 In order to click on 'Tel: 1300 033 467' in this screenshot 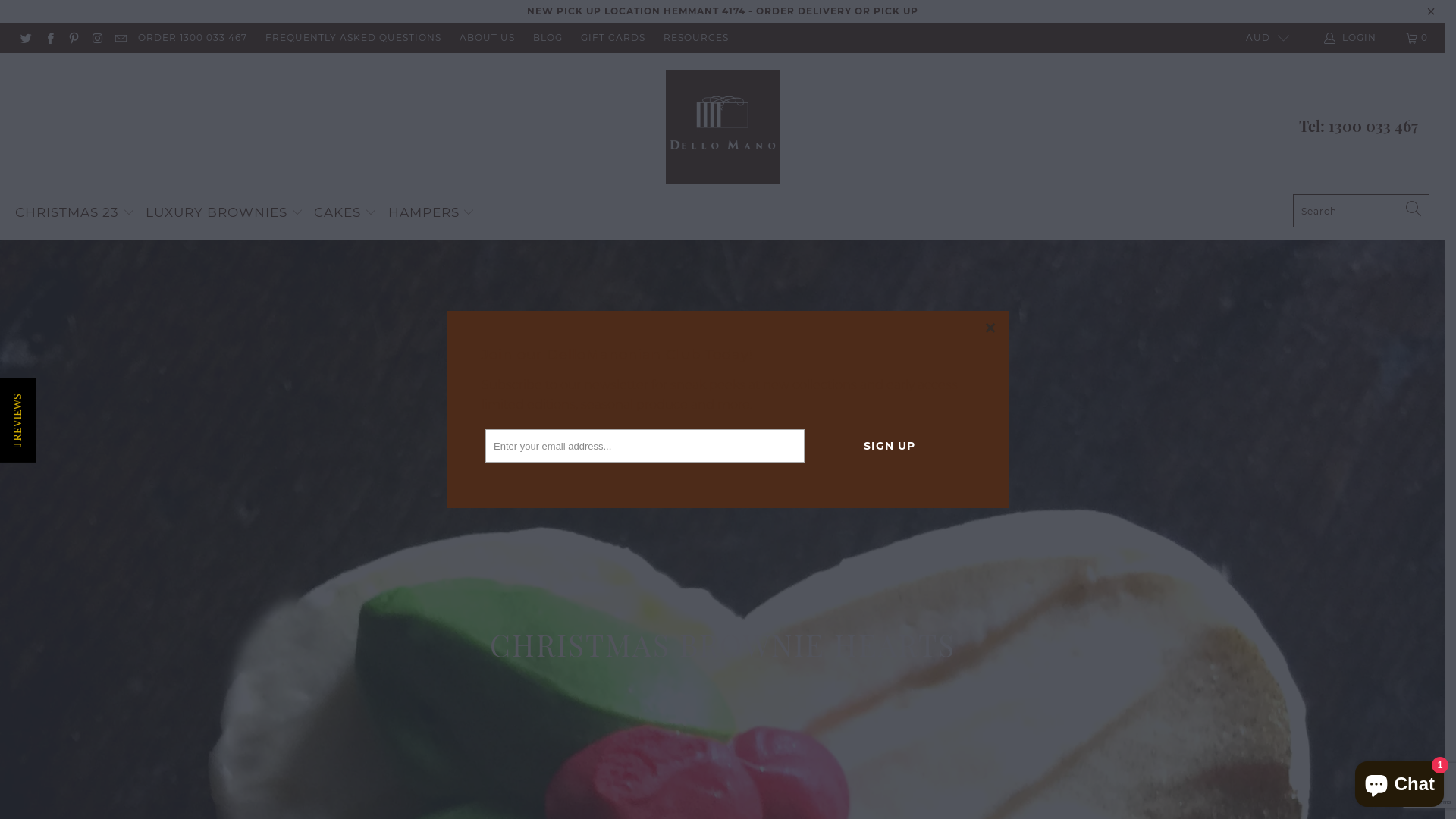, I will do `click(1358, 124)`.